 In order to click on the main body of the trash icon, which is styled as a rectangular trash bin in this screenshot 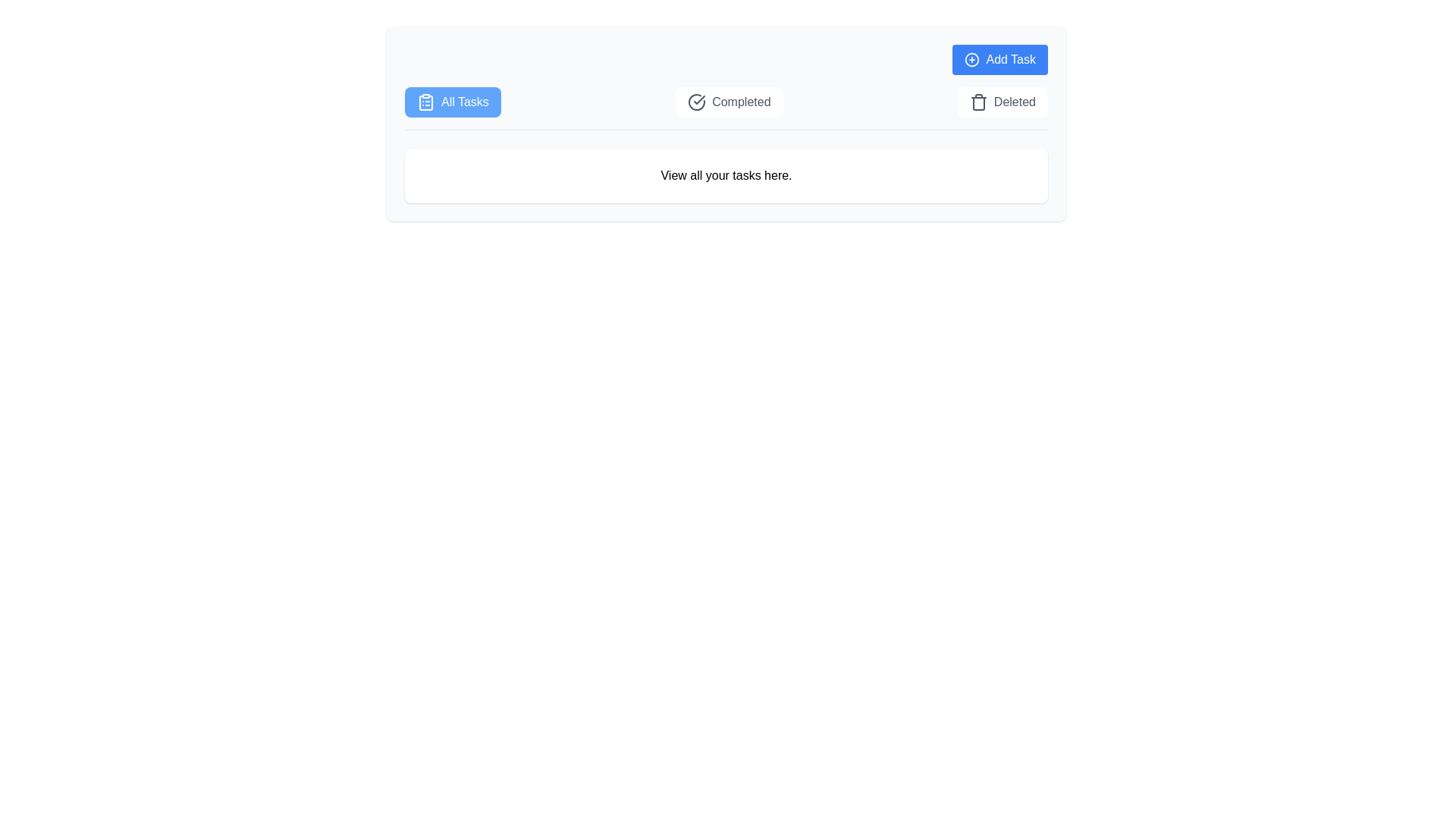, I will do `click(978, 103)`.